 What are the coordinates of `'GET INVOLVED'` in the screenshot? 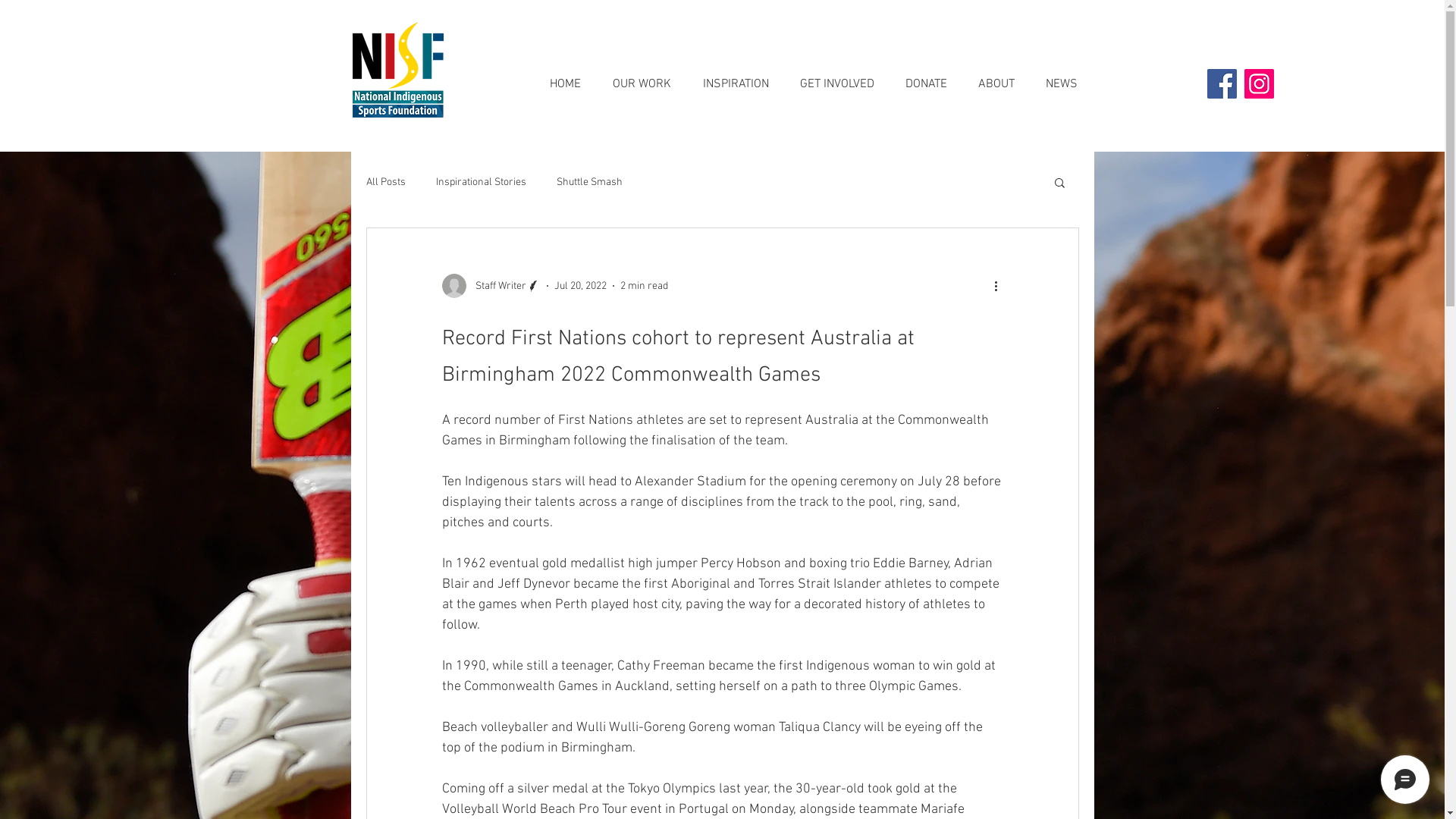 It's located at (836, 77).